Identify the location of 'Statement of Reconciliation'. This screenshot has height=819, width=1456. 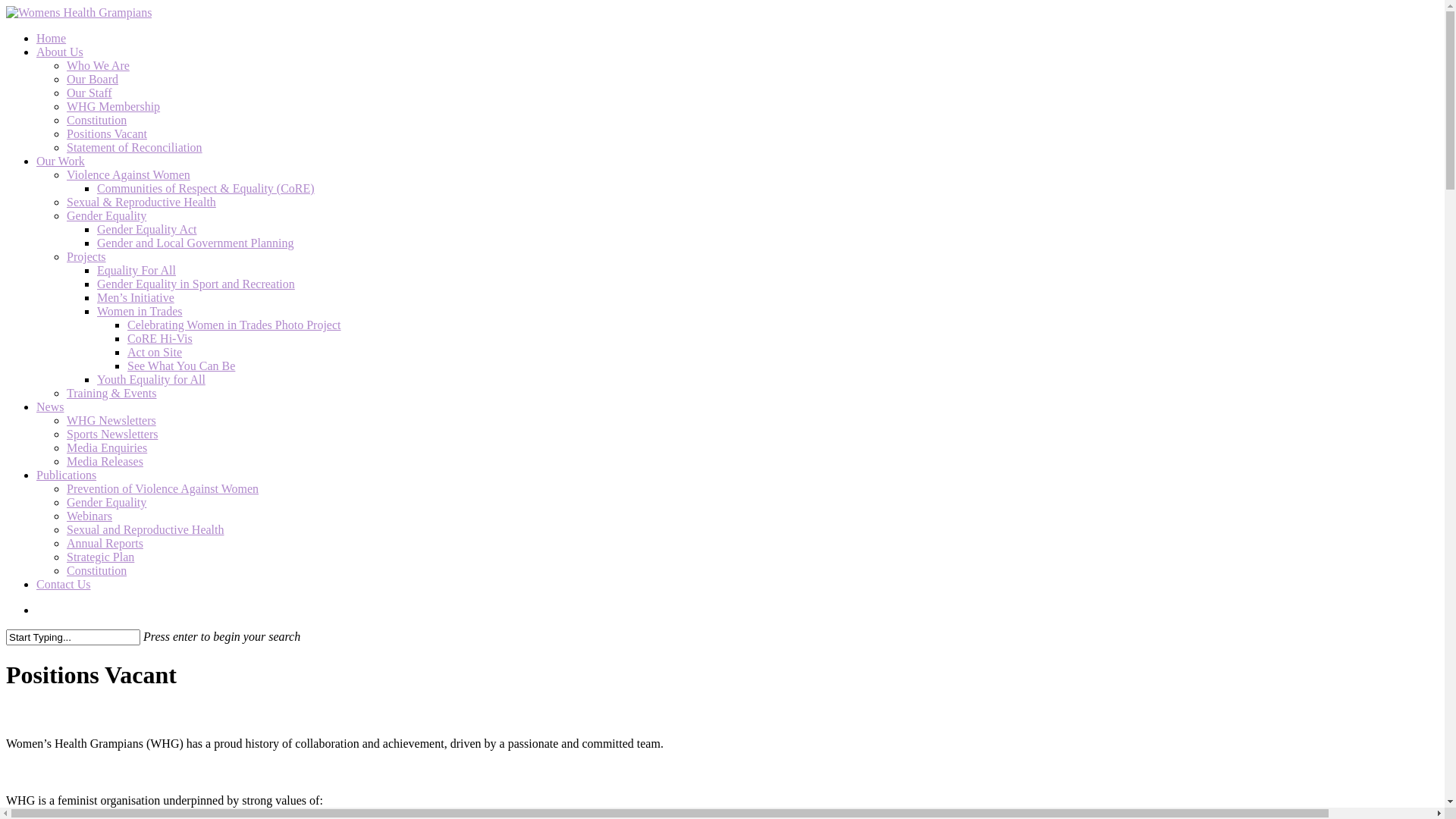
(65, 147).